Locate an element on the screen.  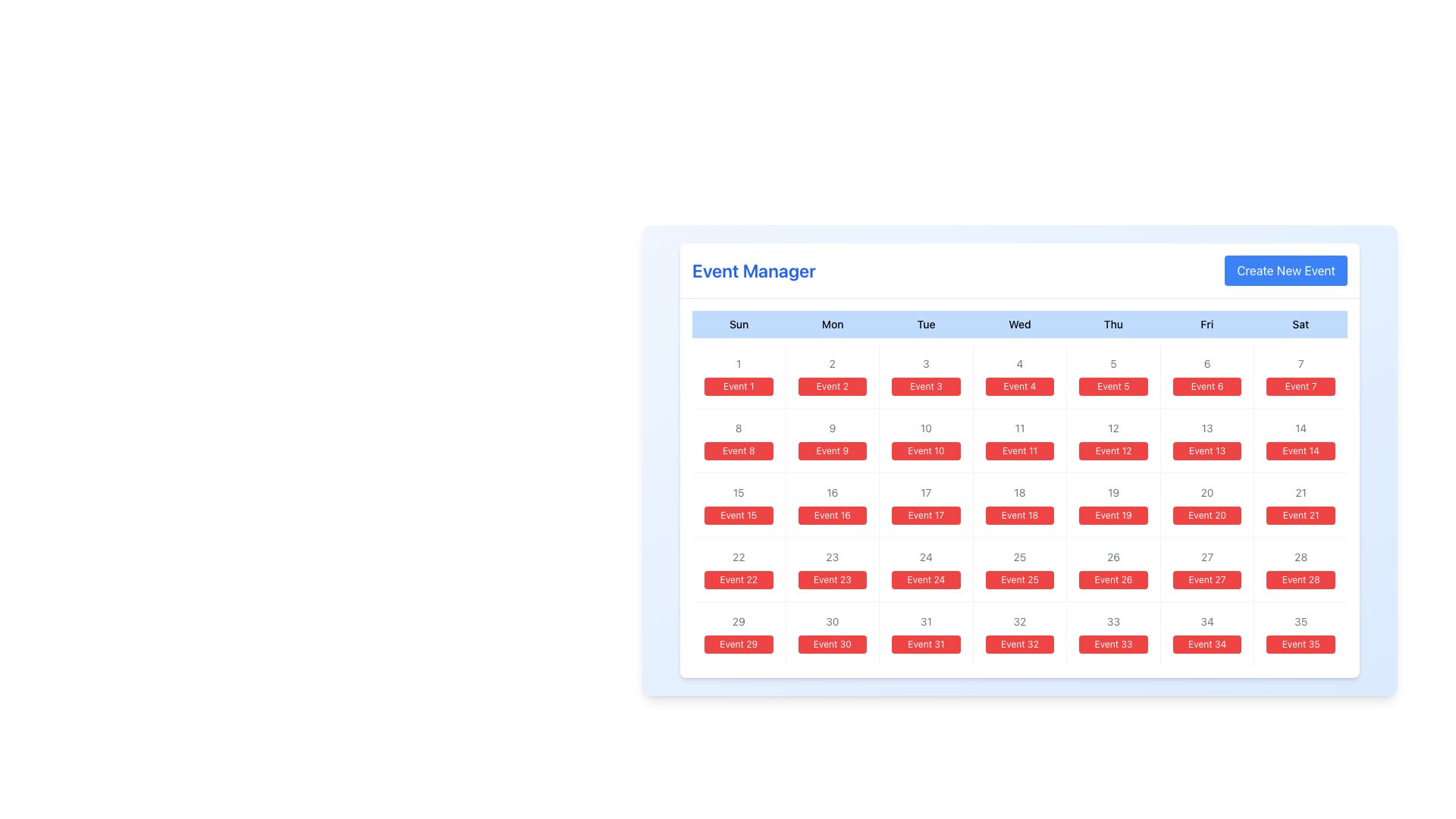
the rectangular button with a red background and white text labeled 'Event 8', located in the second row and first column of the calendar layout is located at coordinates (739, 441).